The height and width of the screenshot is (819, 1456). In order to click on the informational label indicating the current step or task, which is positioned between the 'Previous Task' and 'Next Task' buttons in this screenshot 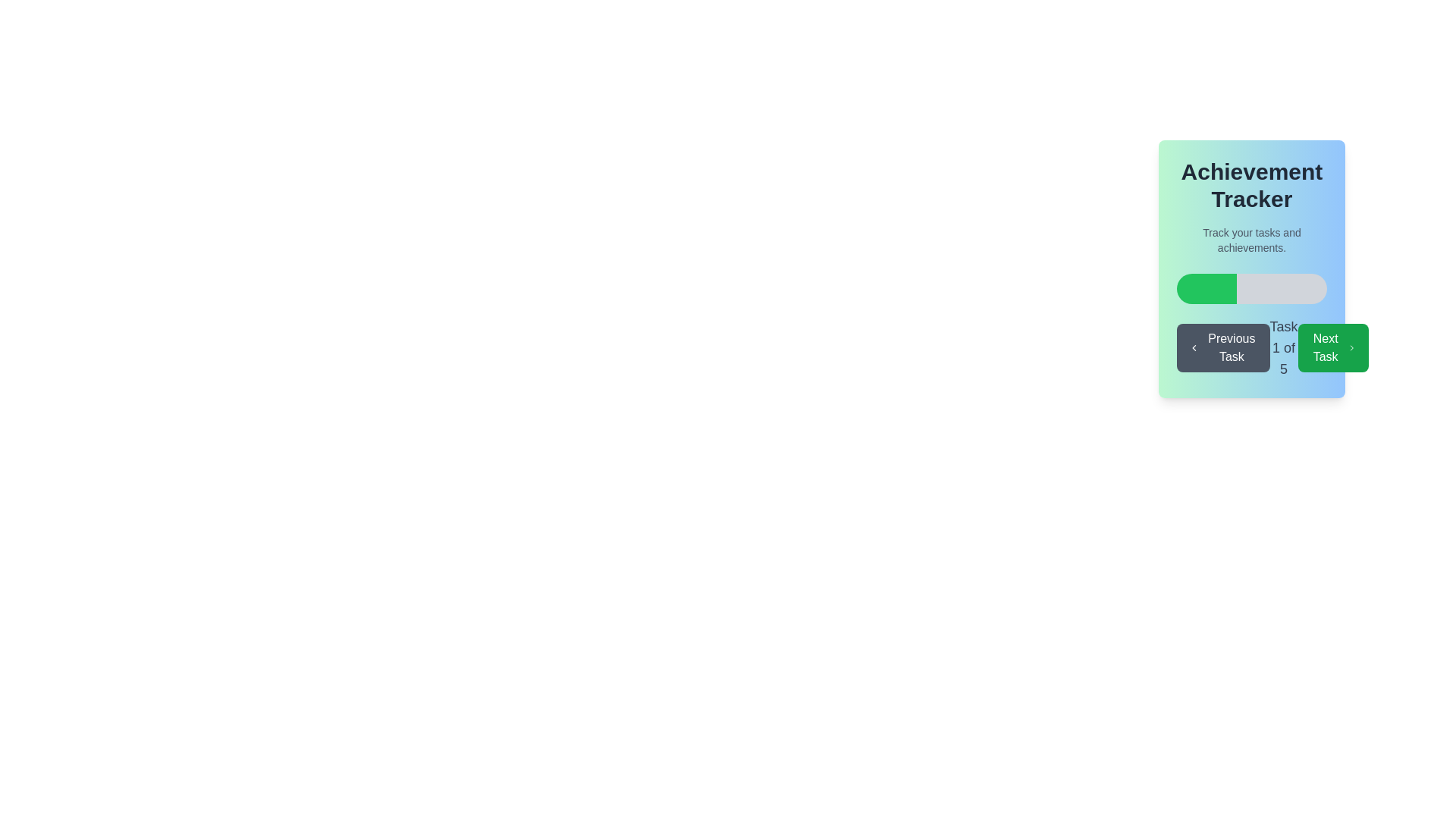, I will do `click(1283, 348)`.